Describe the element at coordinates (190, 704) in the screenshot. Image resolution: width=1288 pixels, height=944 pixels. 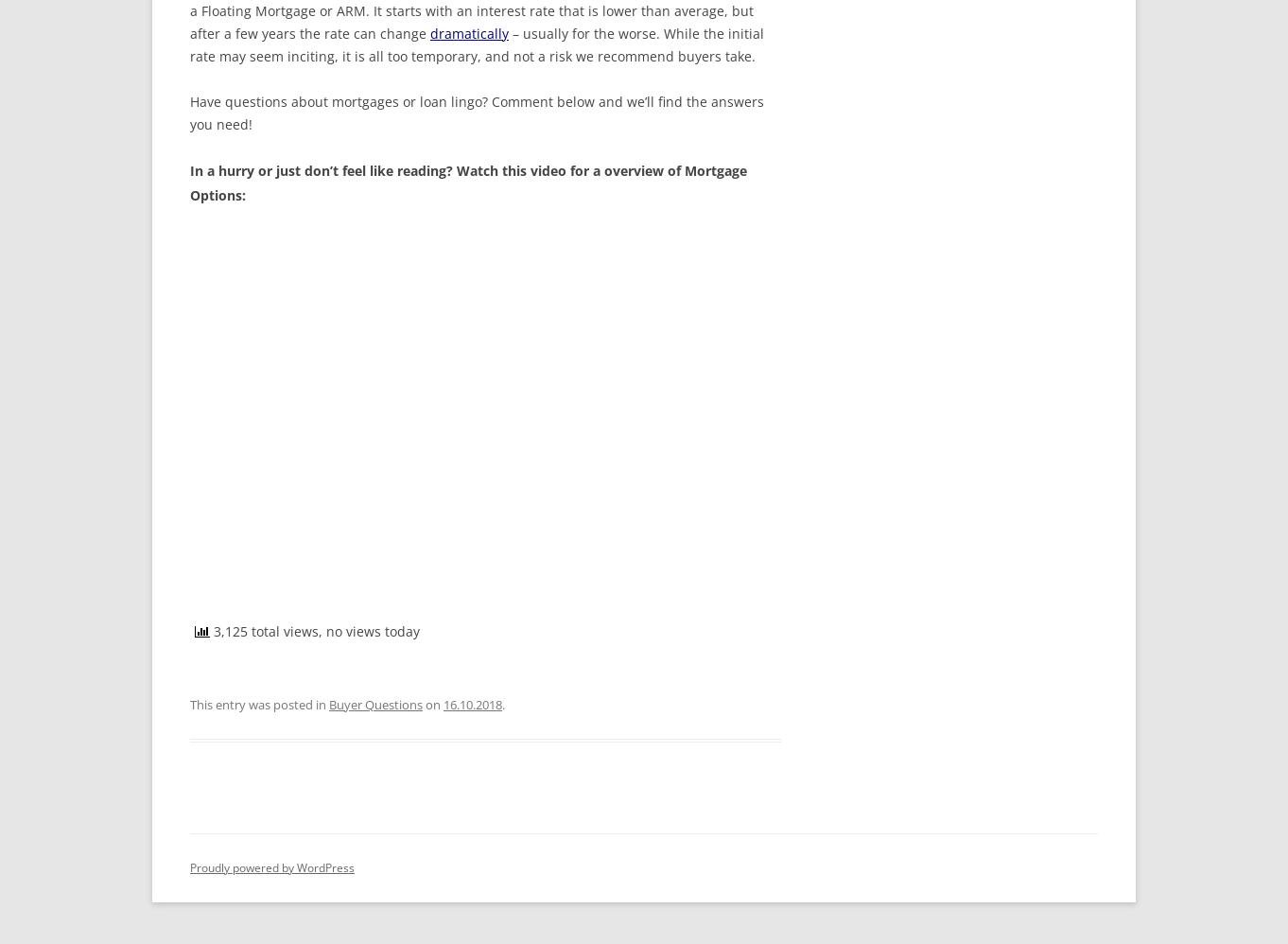
I see `'This entry was posted in'` at that location.